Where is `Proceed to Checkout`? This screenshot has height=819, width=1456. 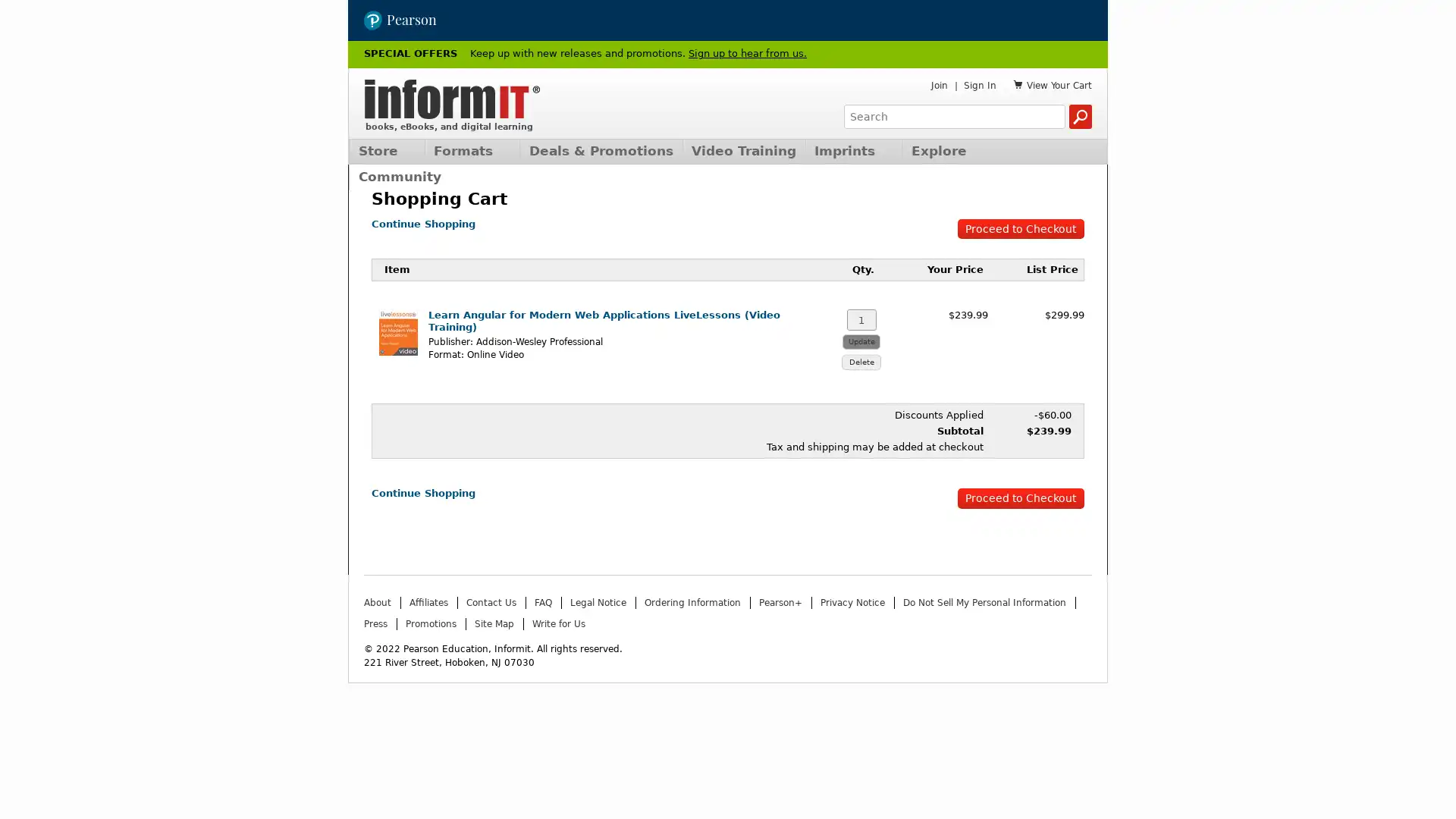 Proceed to Checkout is located at coordinates (1020, 496).